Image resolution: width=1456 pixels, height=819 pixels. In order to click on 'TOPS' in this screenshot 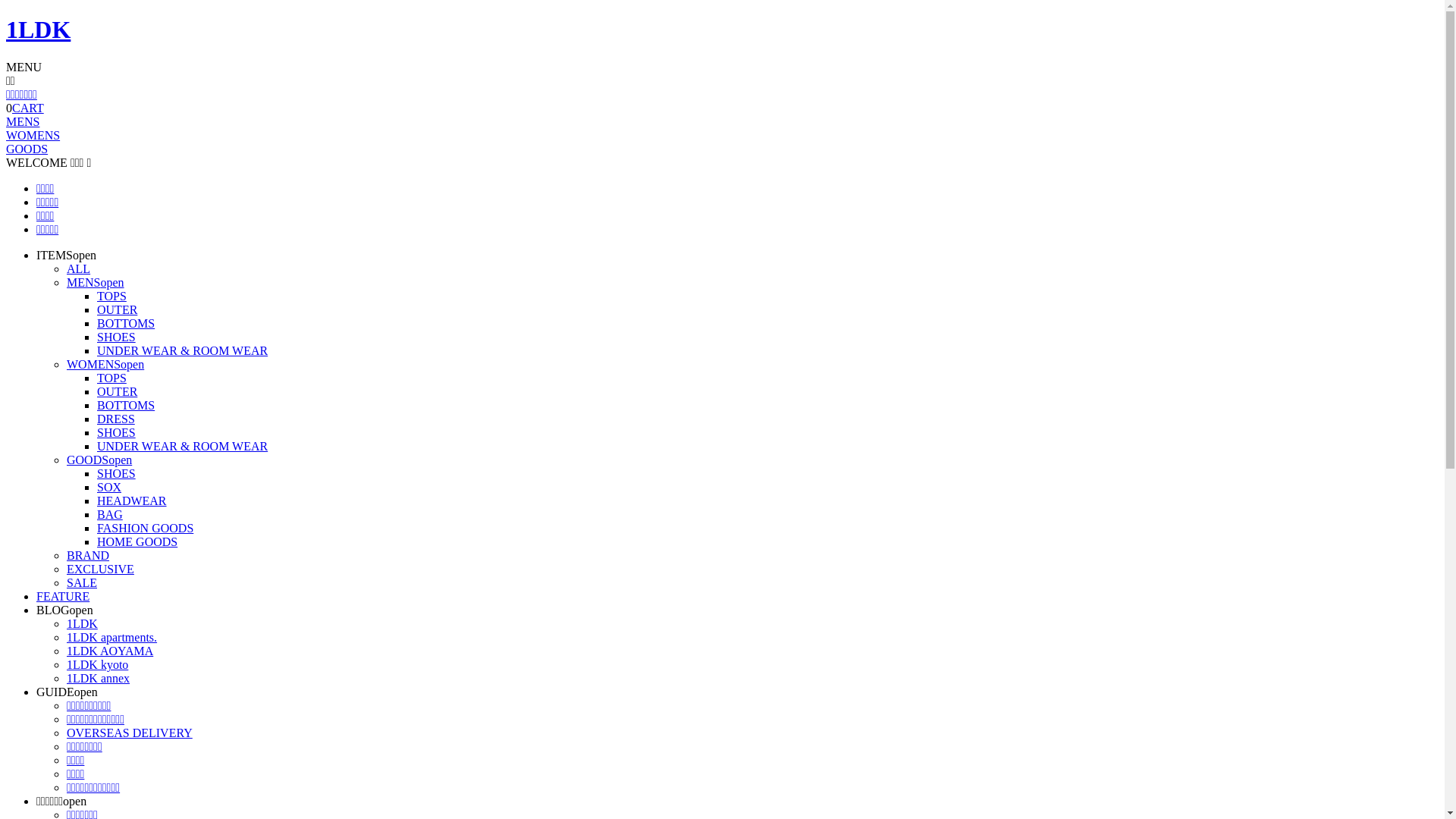, I will do `click(111, 377)`.